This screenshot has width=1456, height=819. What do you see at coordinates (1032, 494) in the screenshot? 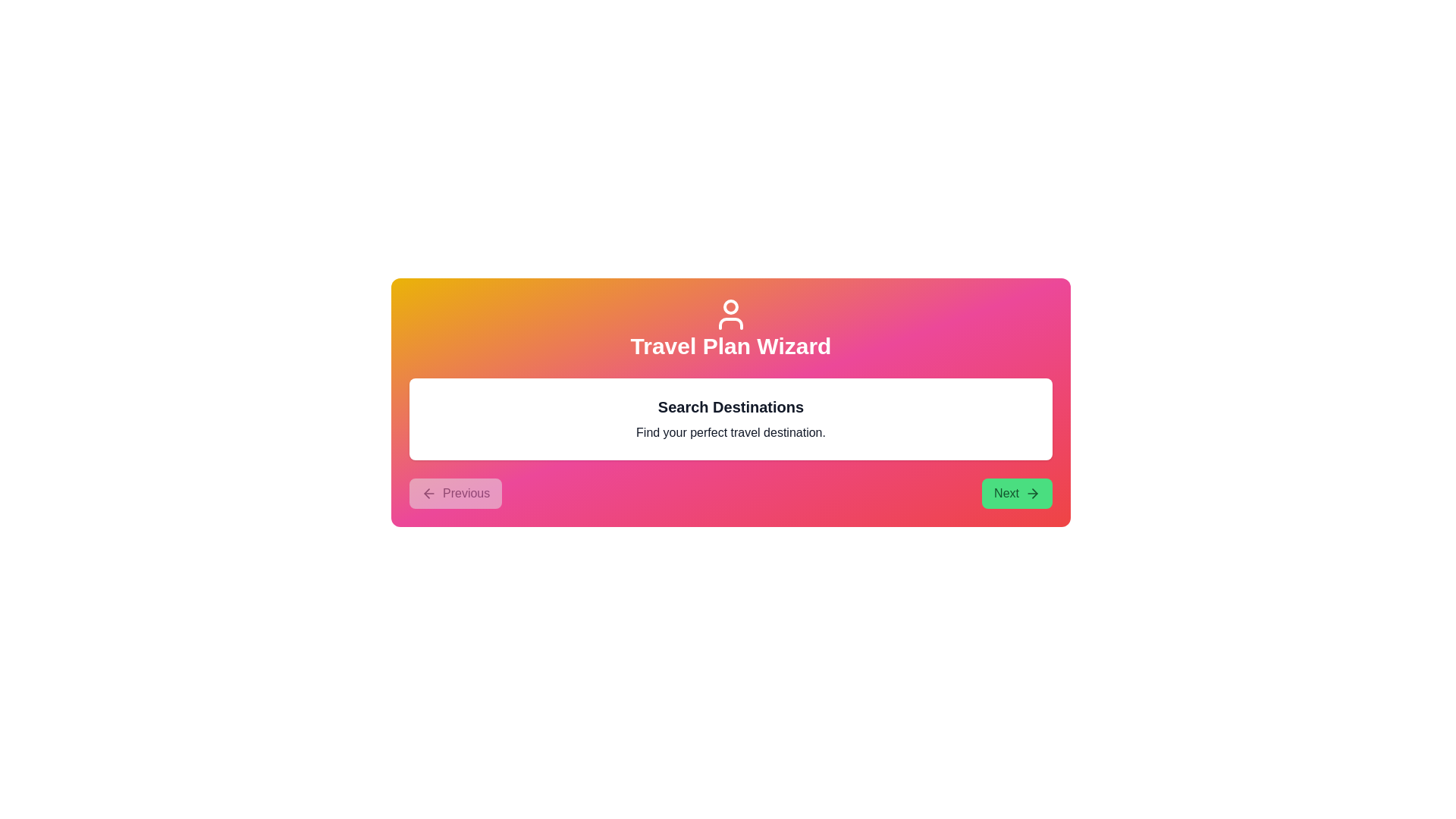
I see `the right-pointing arrow icon within the 'Next' button` at bounding box center [1032, 494].